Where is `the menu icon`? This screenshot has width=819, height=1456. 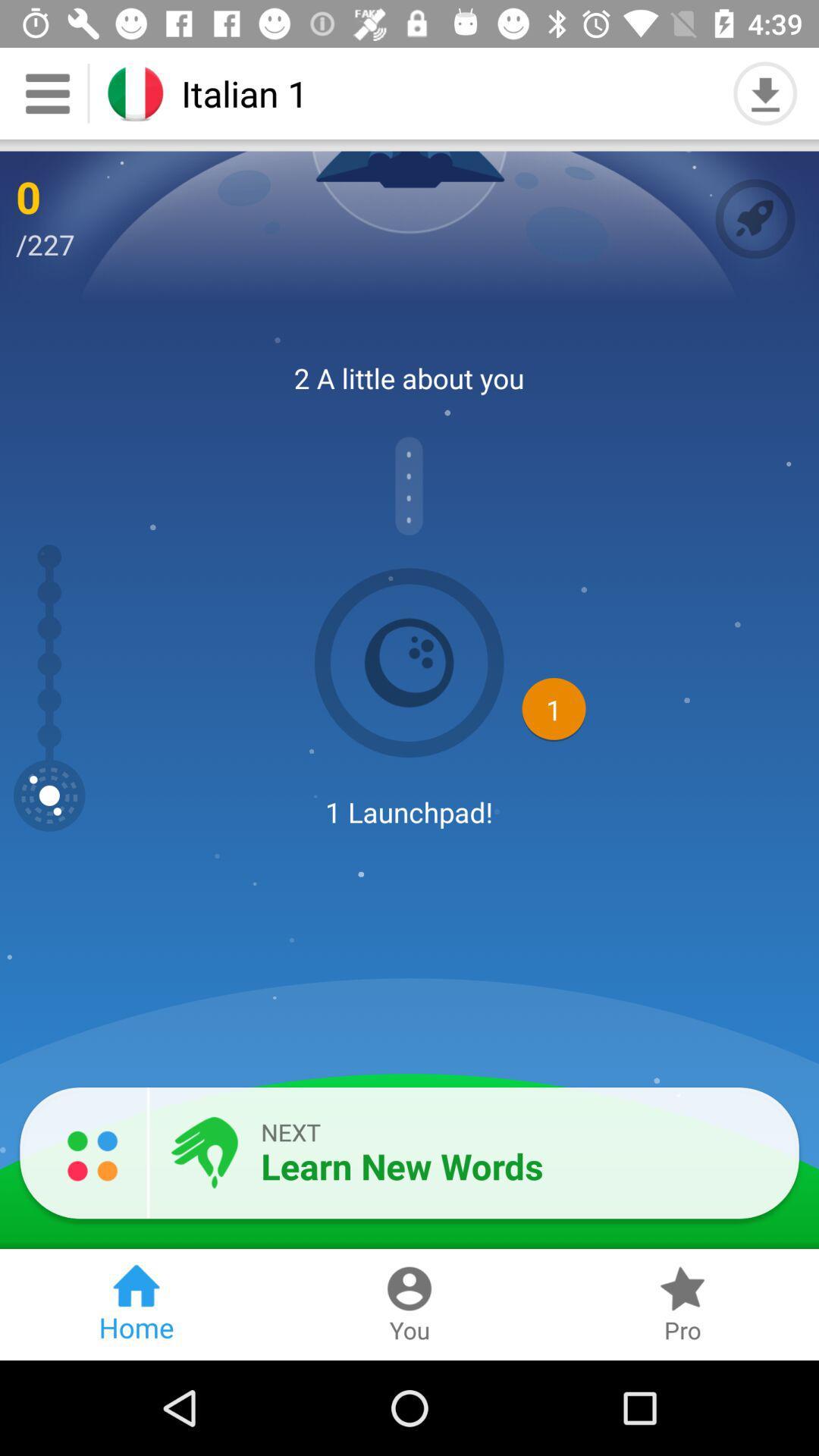
the menu icon is located at coordinates (42, 93).